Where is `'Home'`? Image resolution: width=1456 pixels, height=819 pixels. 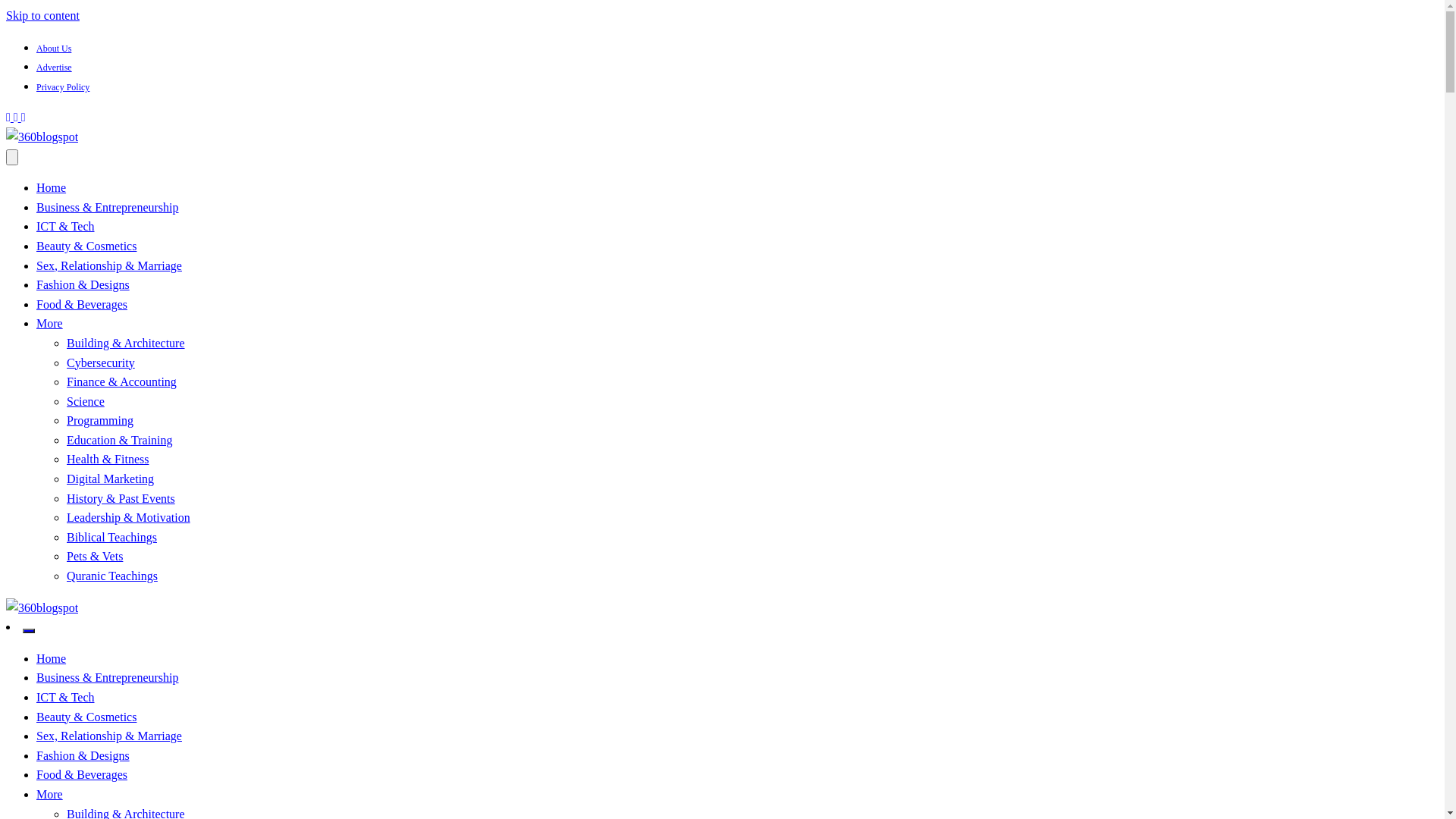
'Home' is located at coordinates (36, 657).